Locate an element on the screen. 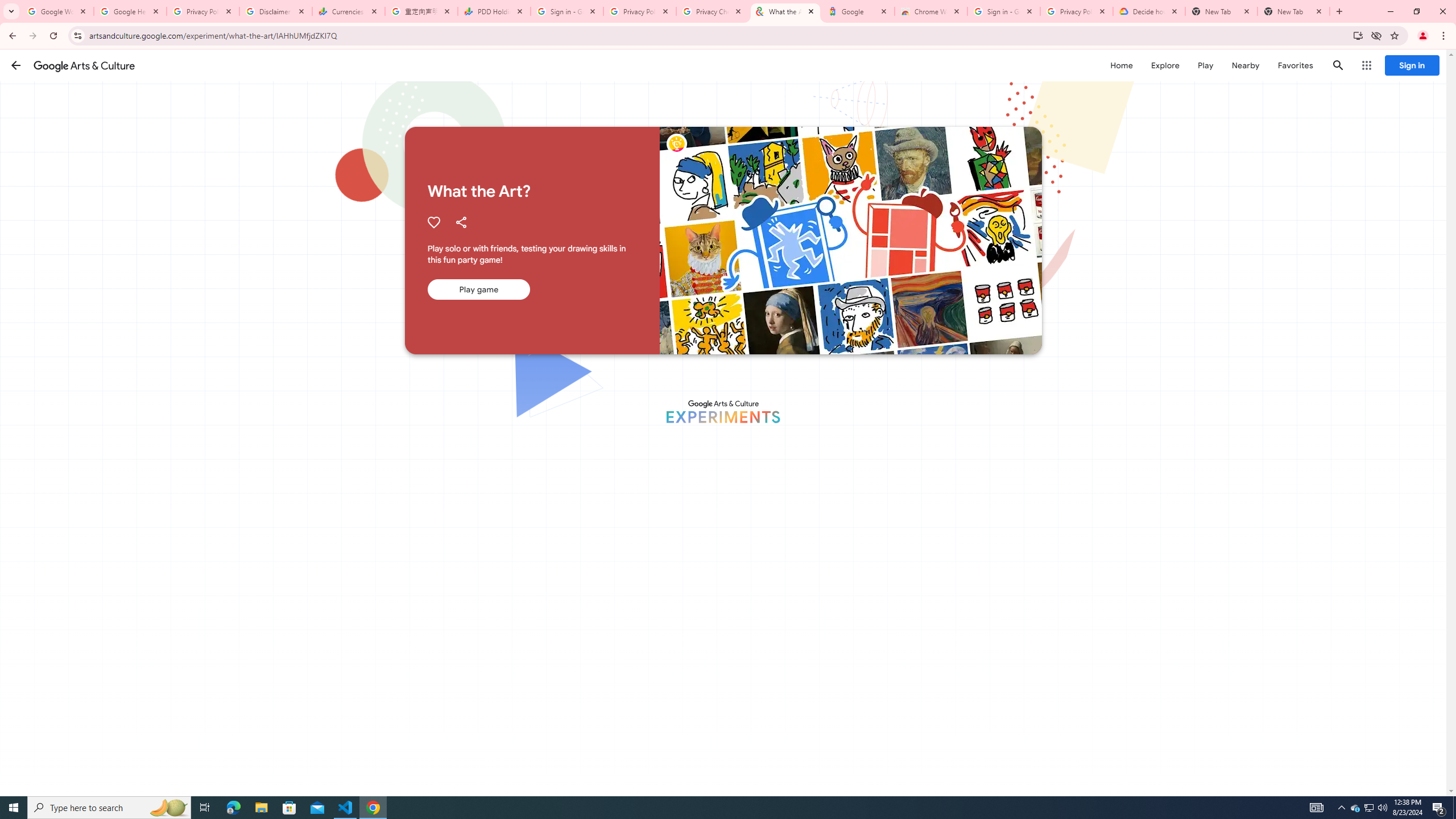 This screenshot has width=1456, height=819. 'Back' is located at coordinates (11, 35).